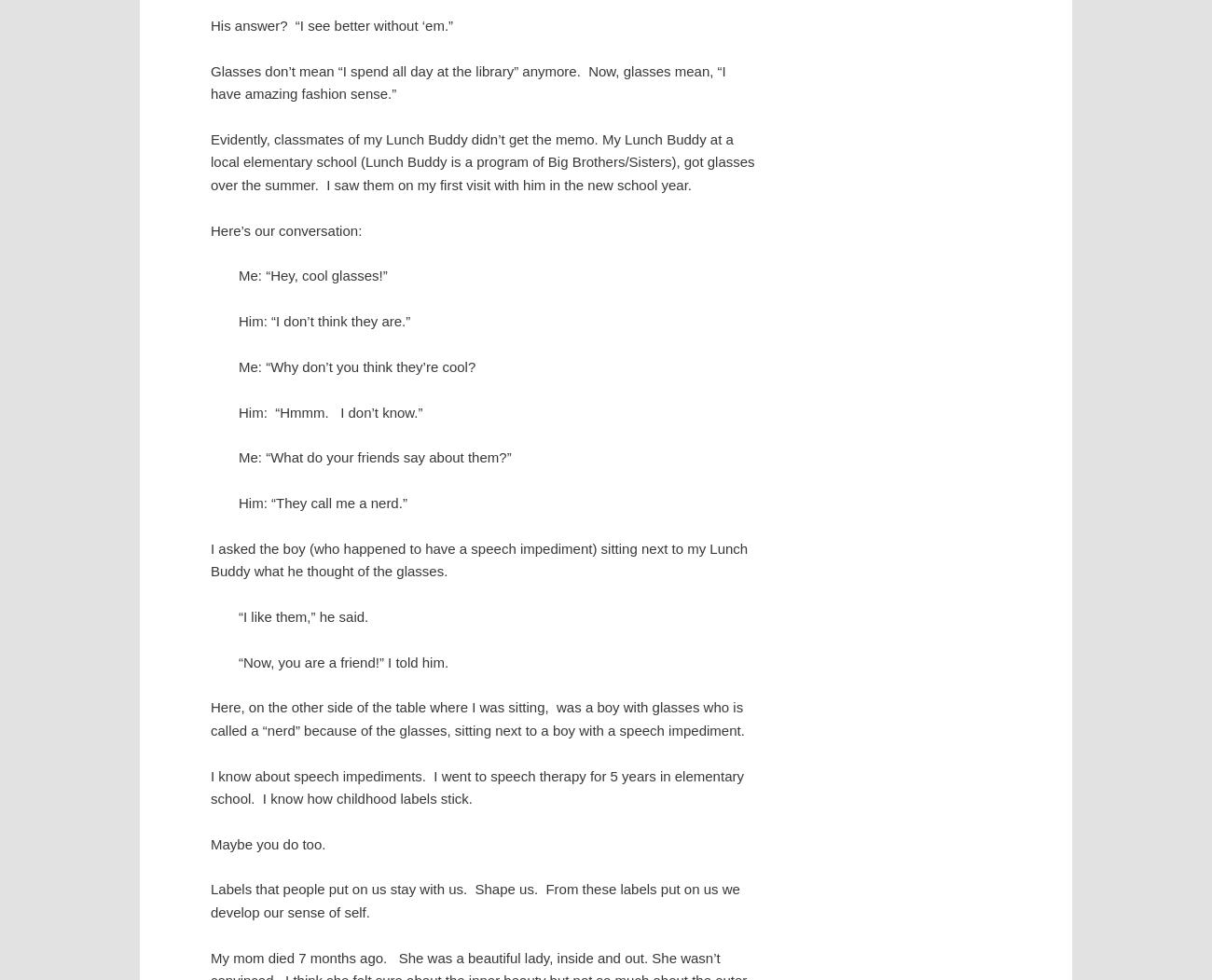 This screenshot has width=1212, height=980. What do you see at coordinates (374, 457) in the screenshot?
I see `'Me: “What do your friends say about them?”'` at bounding box center [374, 457].